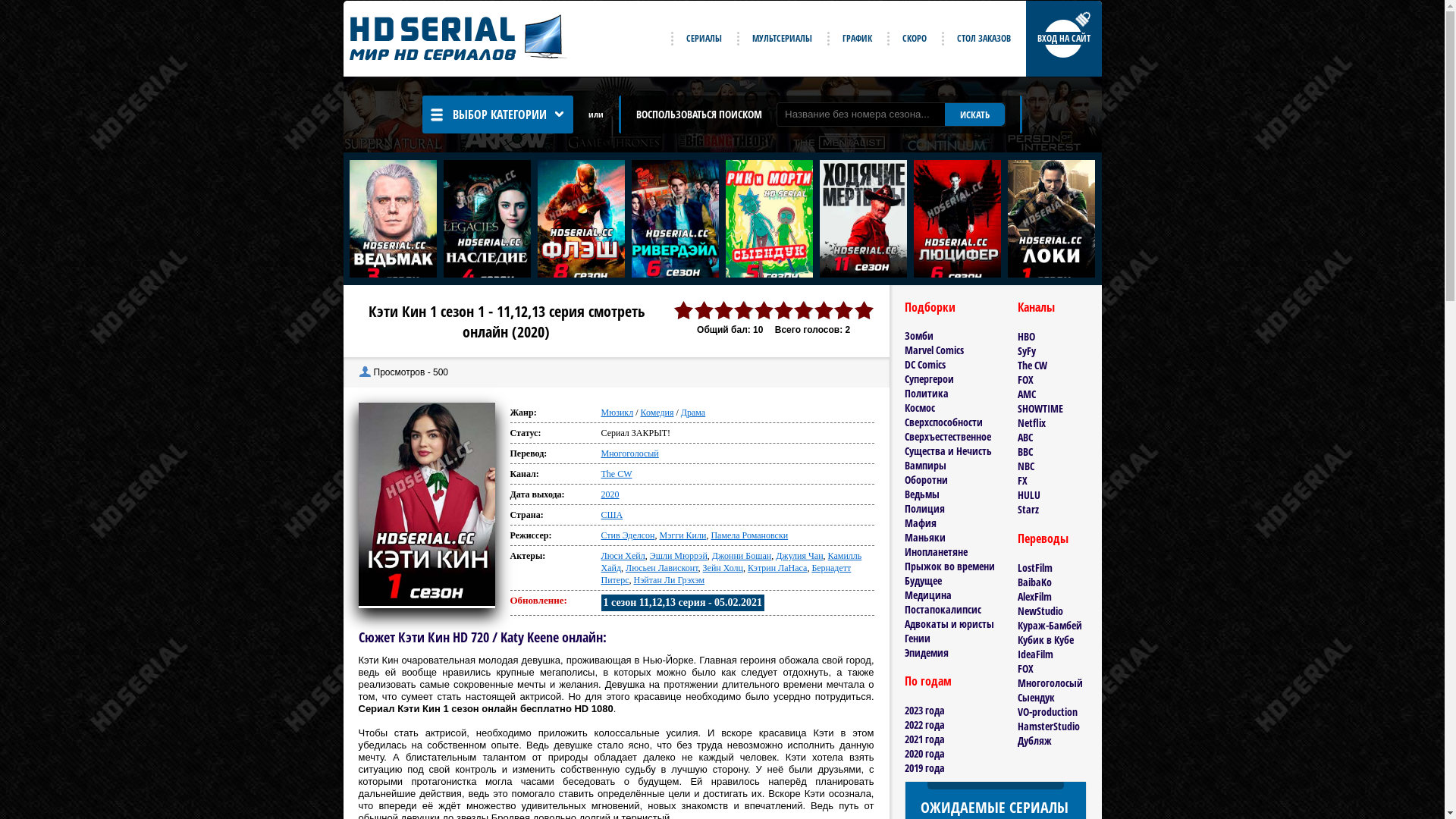  Describe the element at coordinates (609, 494) in the screenshot. I see `'2020'` at that location.